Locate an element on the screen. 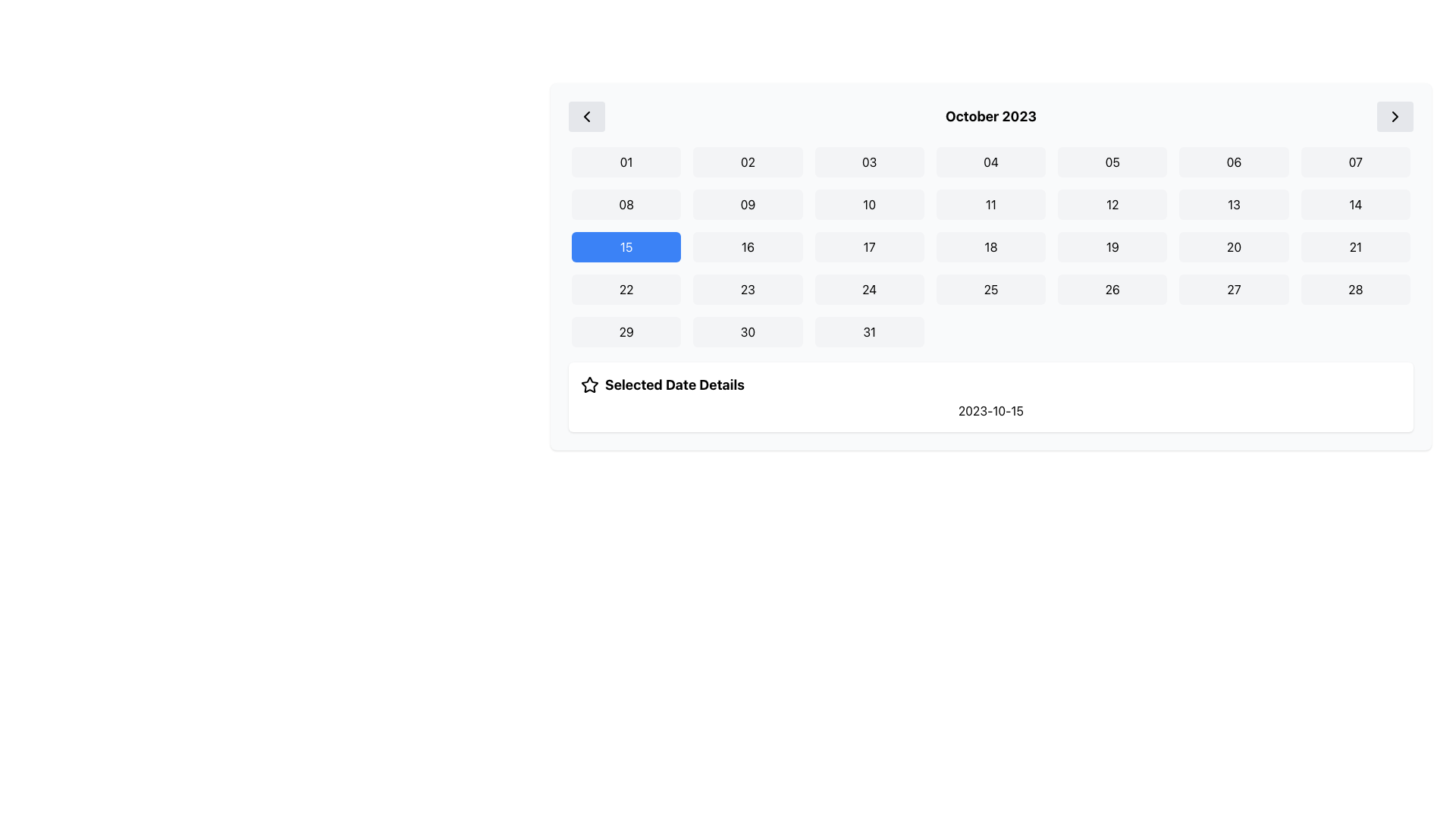  the cell representing the 12th day of October 2023 in the calendar grid is located at coordinates (1112, 205).